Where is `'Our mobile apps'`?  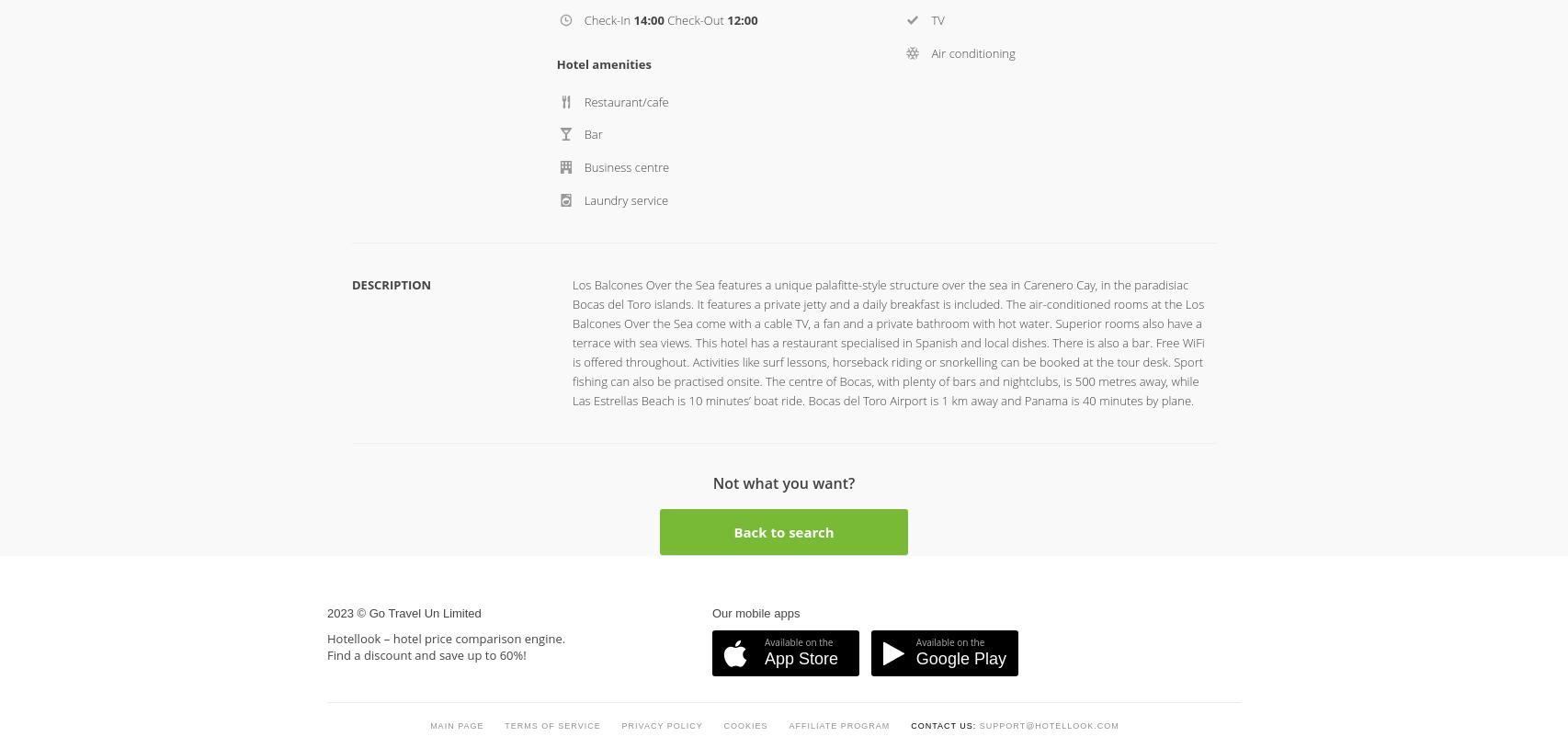 'Our mobile apps' is located at coordinates (711, 236).